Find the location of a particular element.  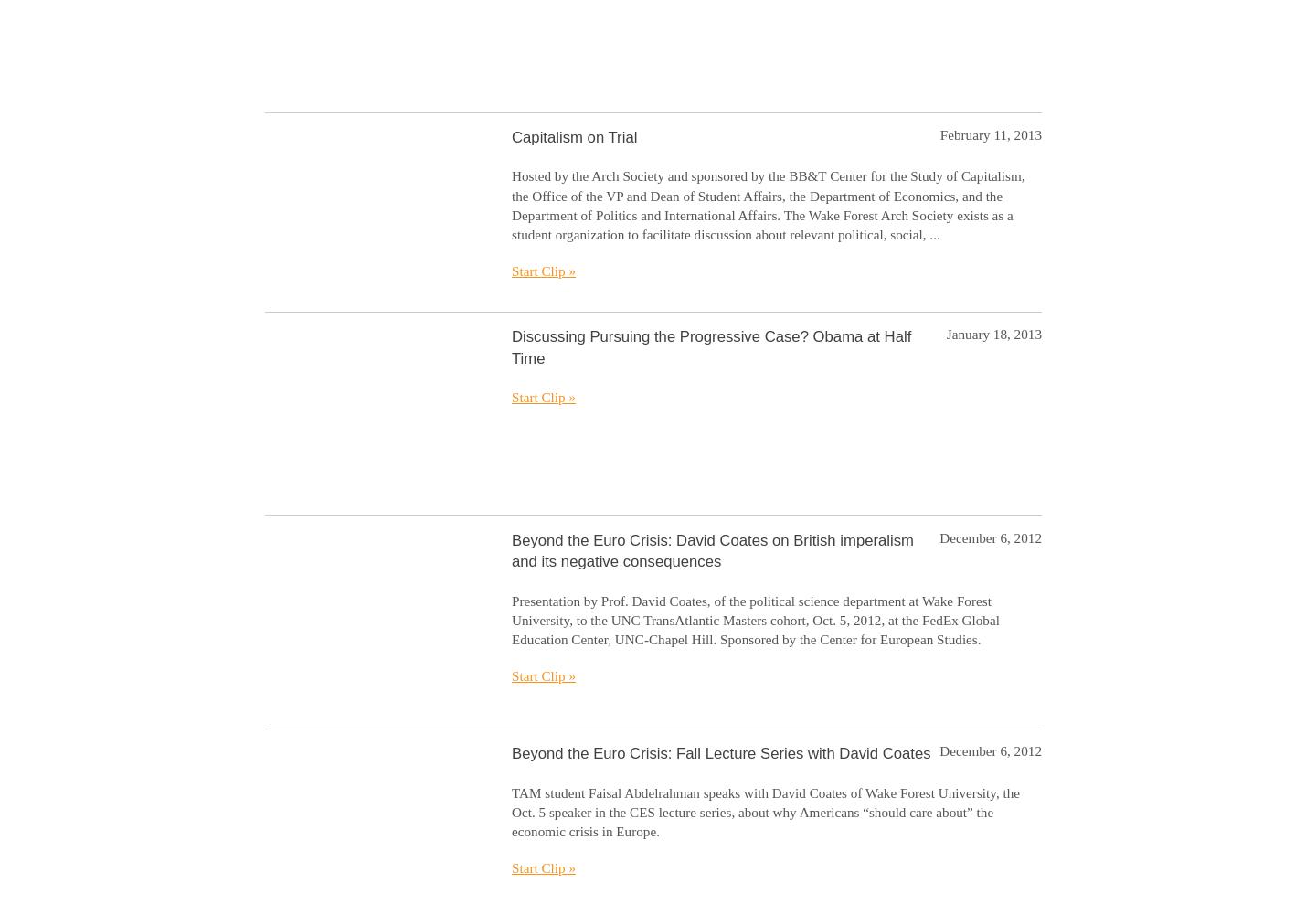

'Beyond the Euro Crisis: David Coates on British imperalism and its negative consequences' is located at coordinates (712, 549).